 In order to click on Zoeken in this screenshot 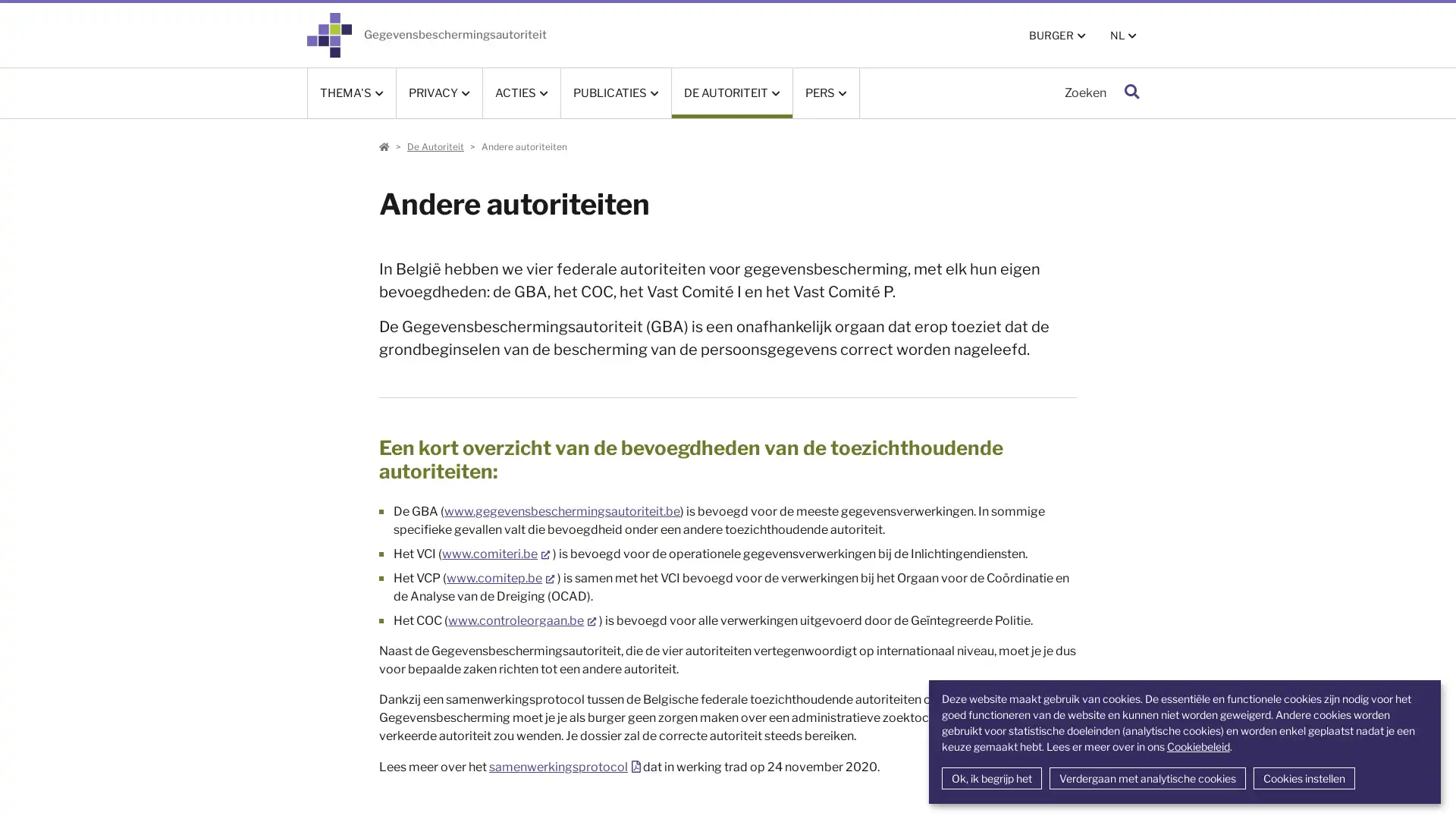, I will do `click(1131, 93)`.